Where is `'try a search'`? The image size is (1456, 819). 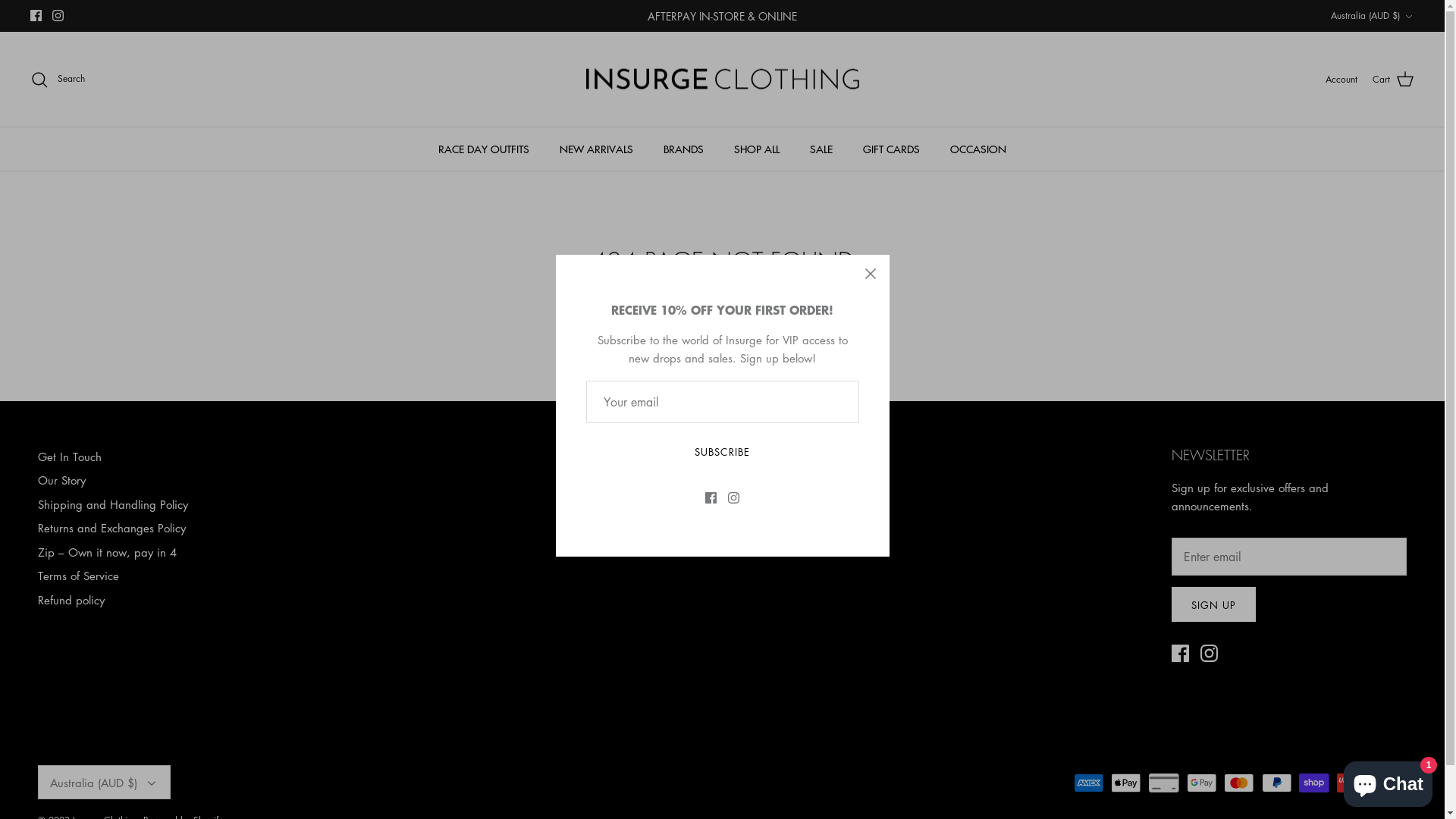
'try a search' is located at coordinates (833, 315).